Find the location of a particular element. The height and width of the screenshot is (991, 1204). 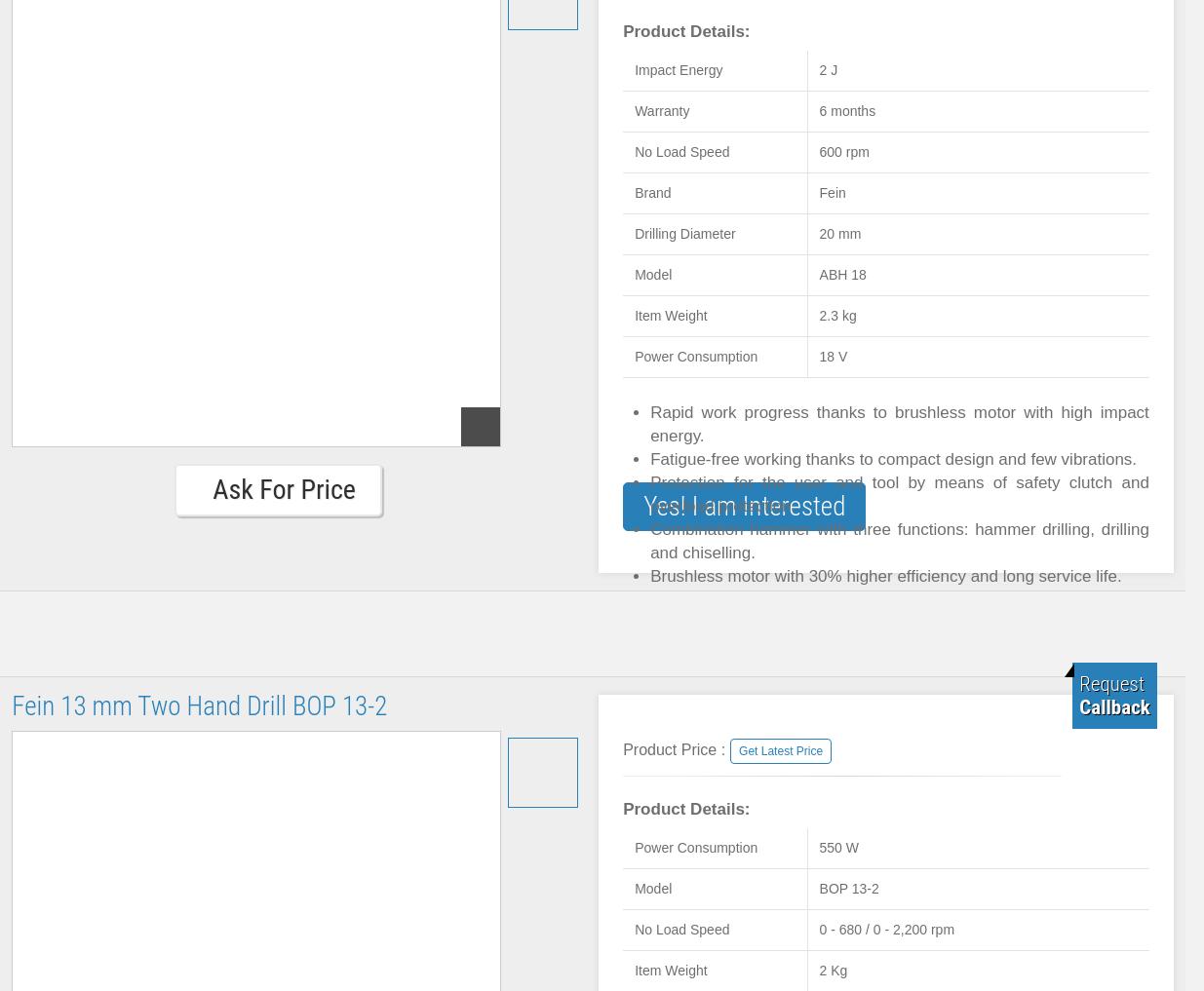

'Yes! I am Interested' is located at coordinates (642, 506).